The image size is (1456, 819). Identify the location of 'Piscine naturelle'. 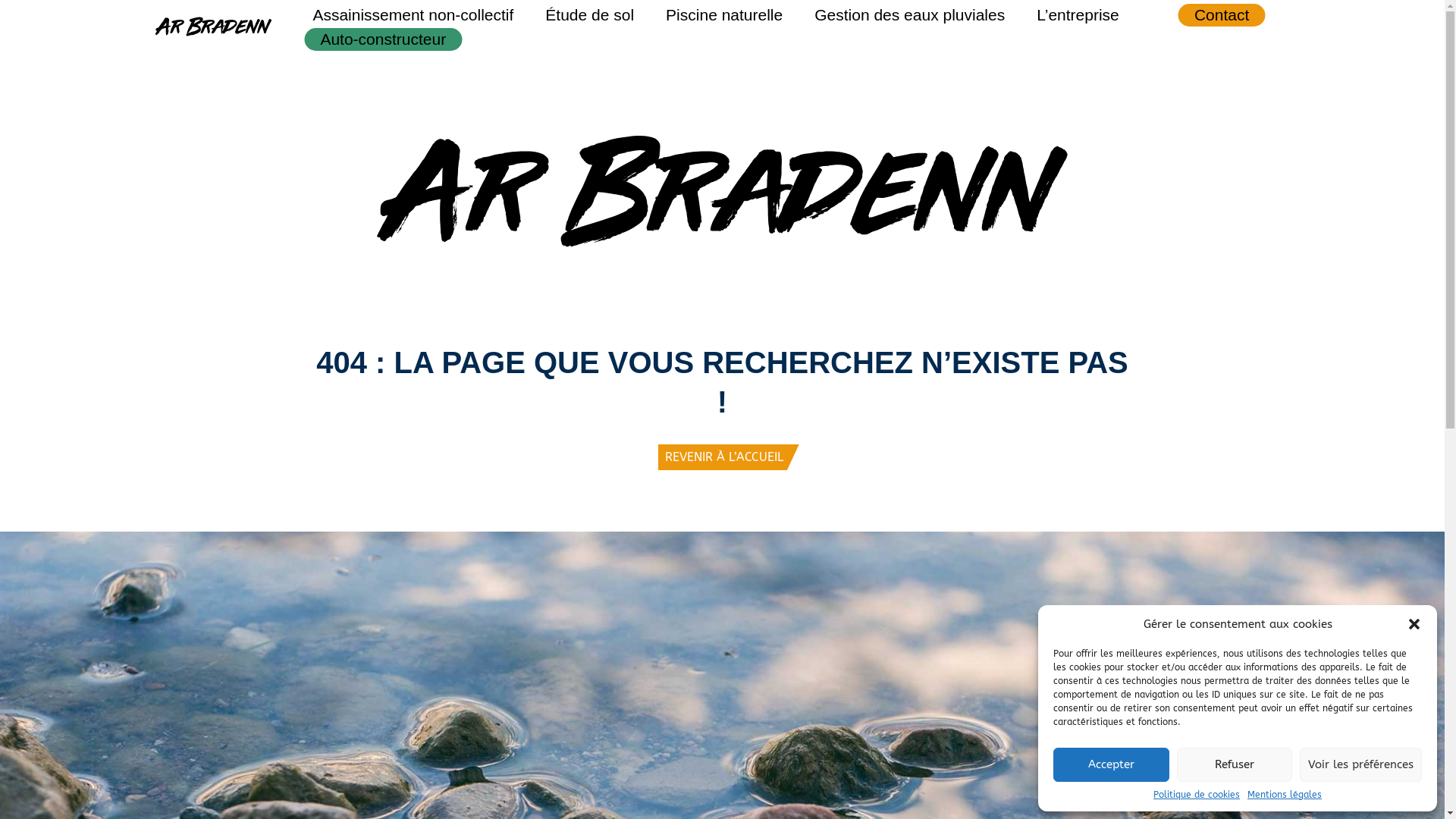
(723, 14).